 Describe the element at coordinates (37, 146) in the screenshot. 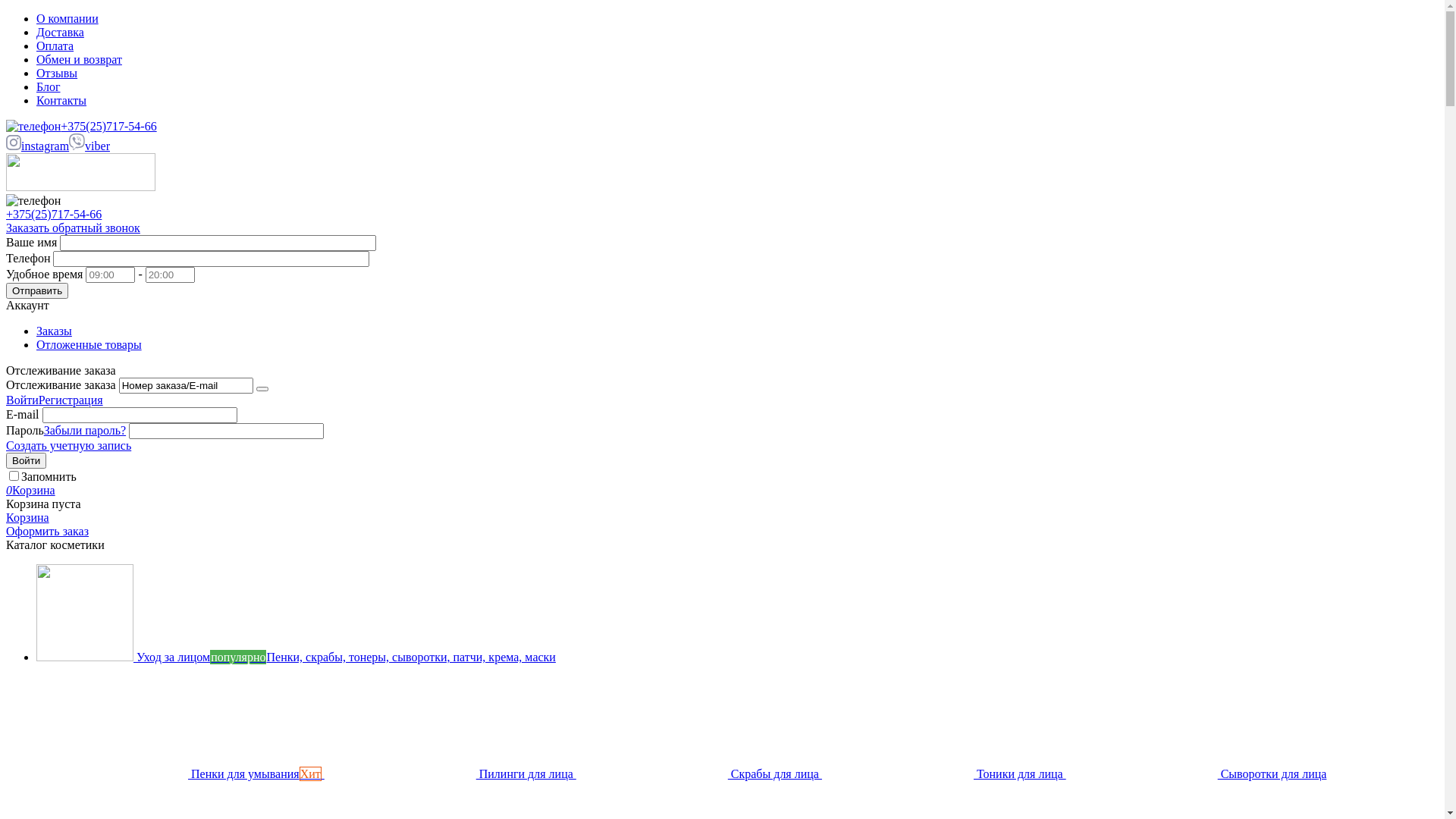

I see `'instagram'` at that location.